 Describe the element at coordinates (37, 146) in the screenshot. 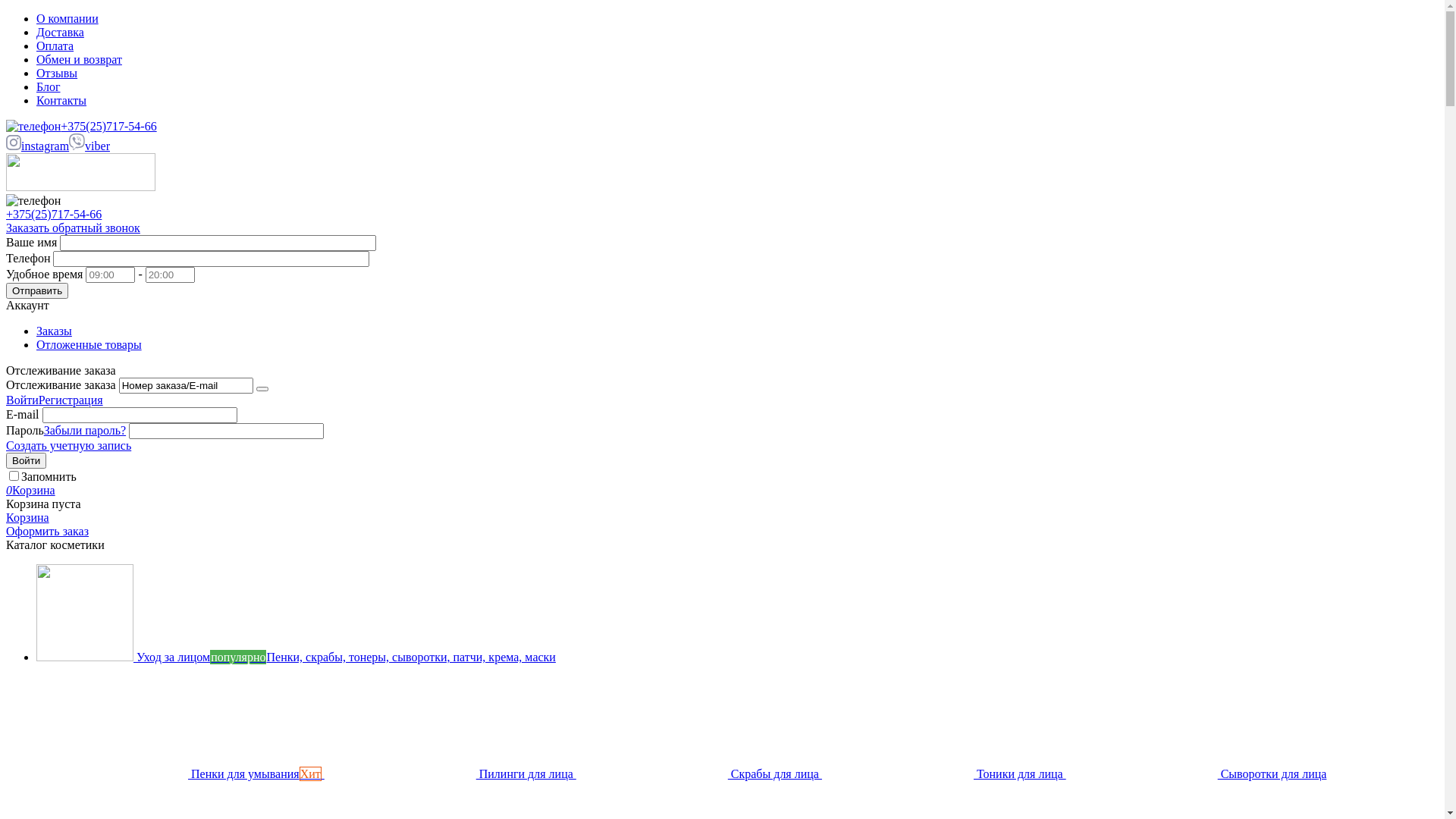

I see `'instagram'` at that location.